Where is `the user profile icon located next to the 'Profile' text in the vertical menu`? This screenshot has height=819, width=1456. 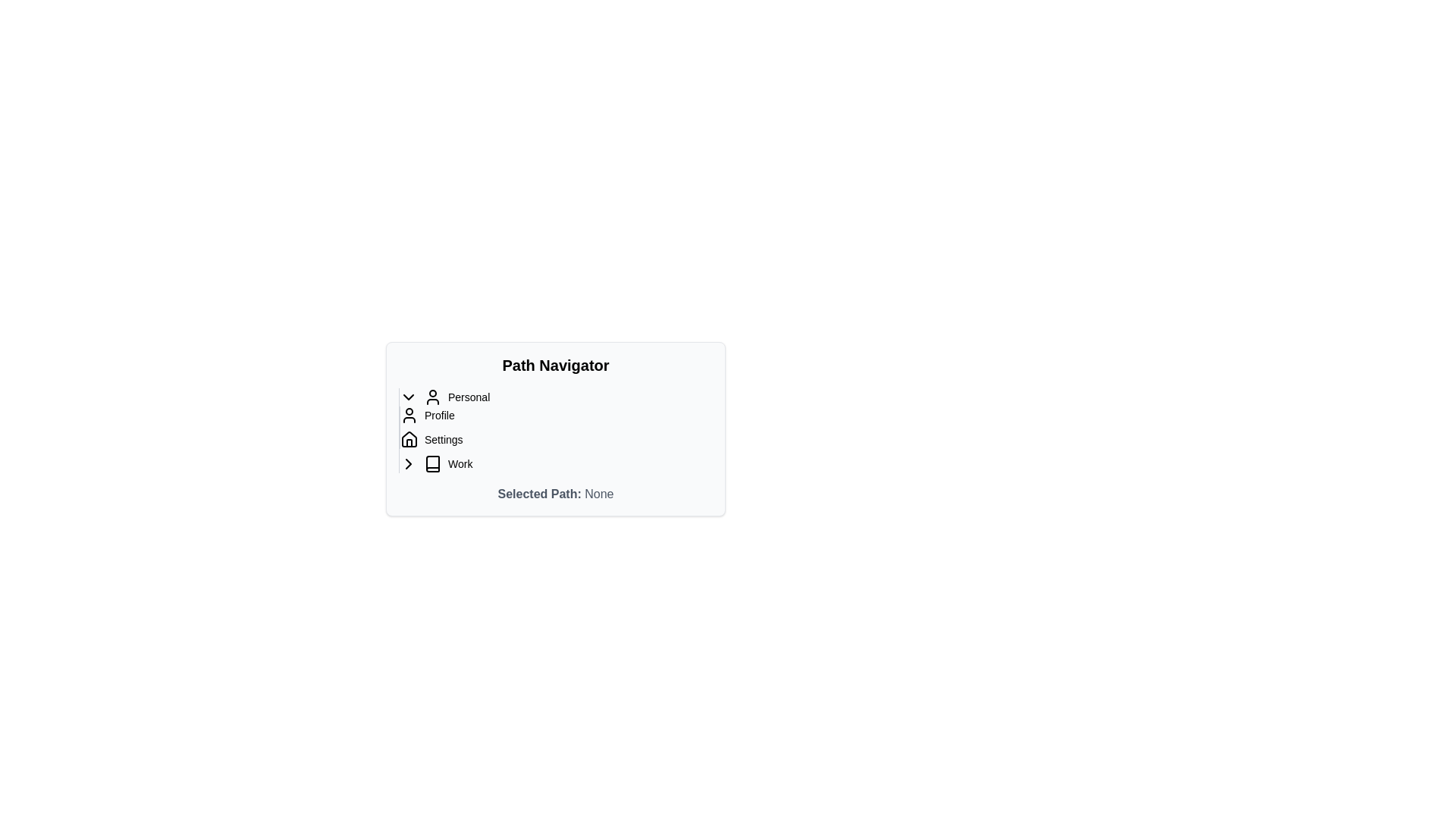
the user profile icon located next to the 'Profile' text in the vertical menu is located at coordinates (409, 415).